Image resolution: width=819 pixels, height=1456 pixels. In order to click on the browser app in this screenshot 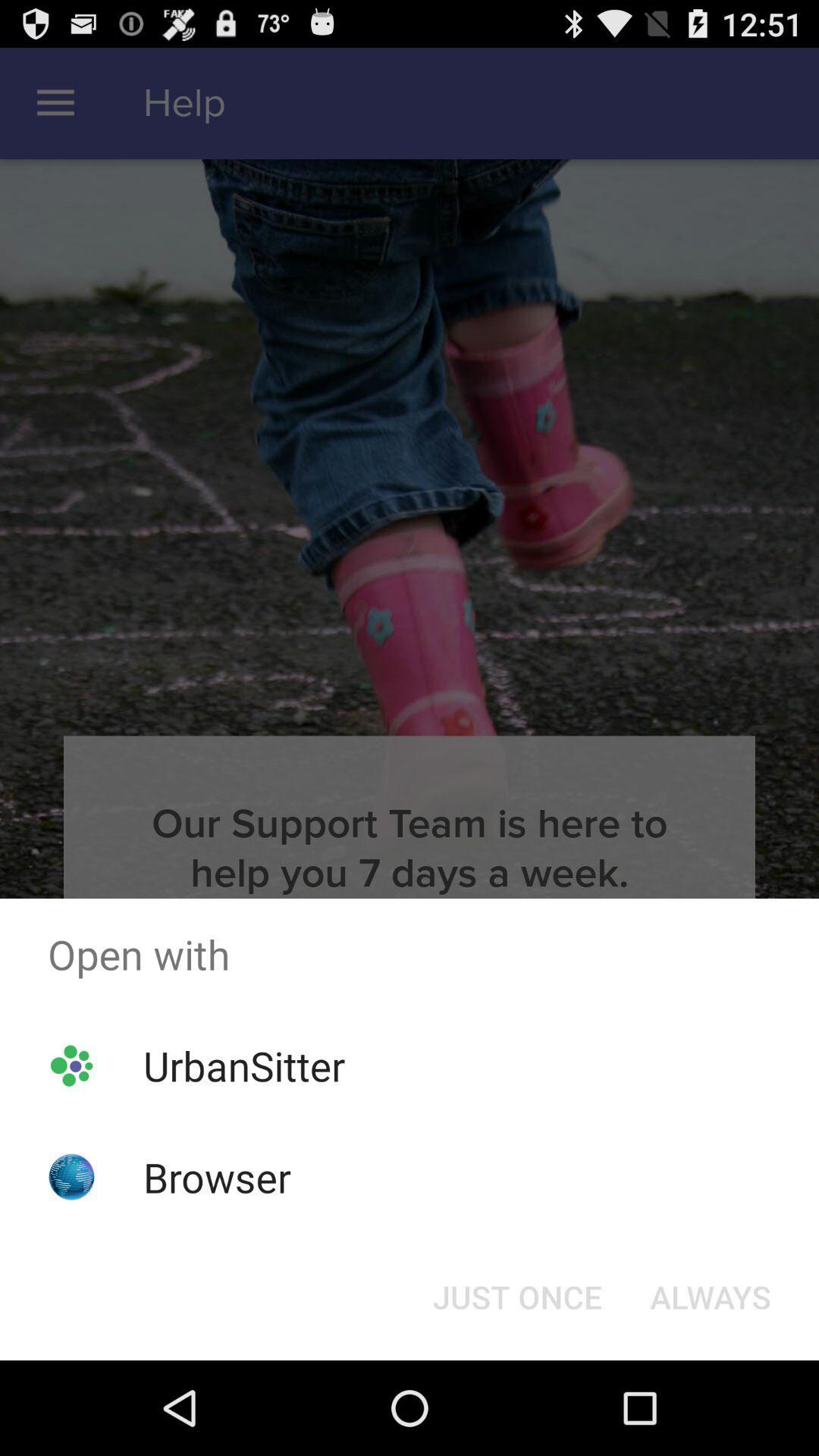, I will do `click(217, 1176)`.